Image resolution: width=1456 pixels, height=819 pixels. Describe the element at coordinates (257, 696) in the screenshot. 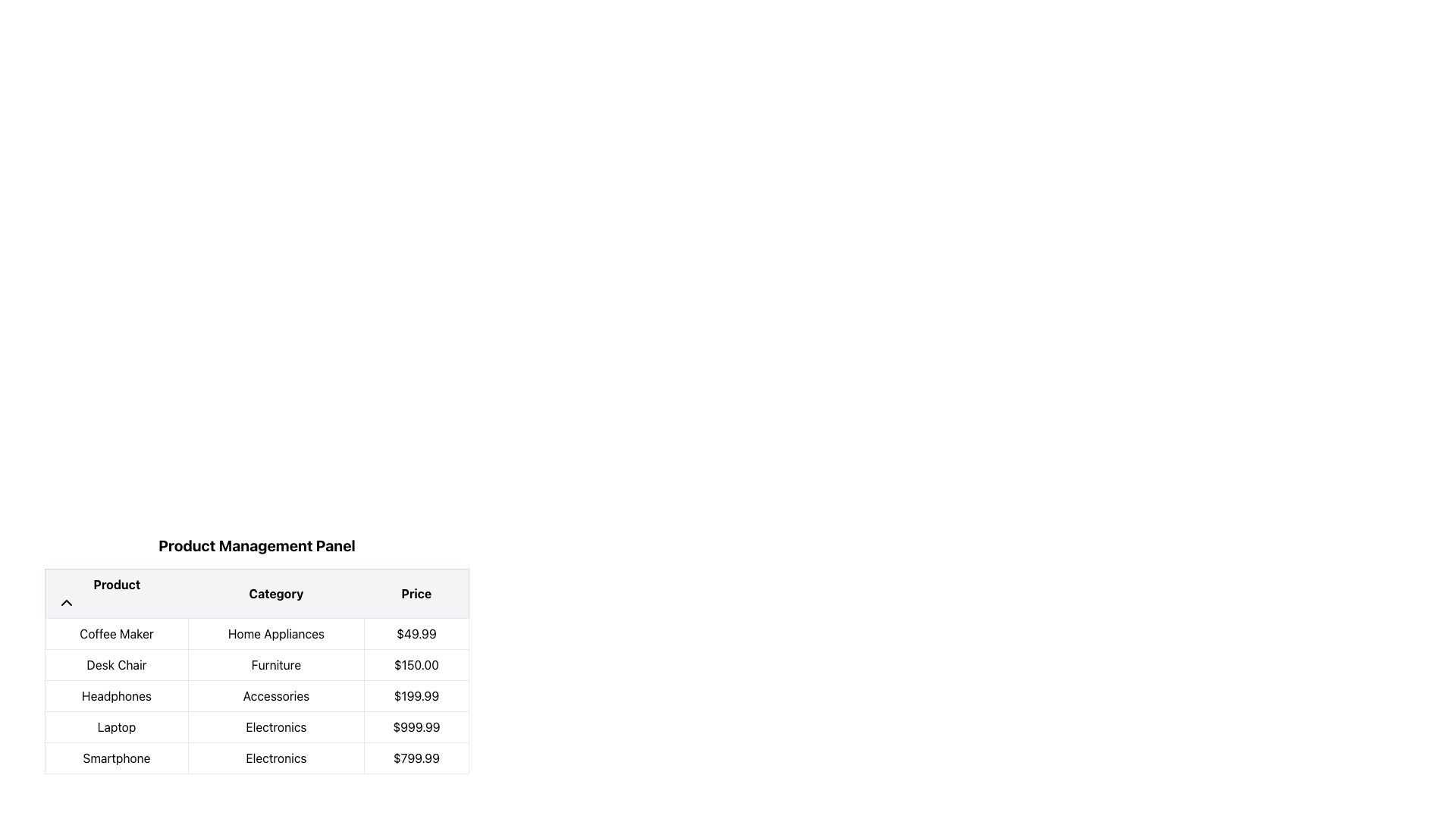

I see `the static text label displaying the category 'Accessories' in the third row of the product management table under the 'Category' column` at that location.